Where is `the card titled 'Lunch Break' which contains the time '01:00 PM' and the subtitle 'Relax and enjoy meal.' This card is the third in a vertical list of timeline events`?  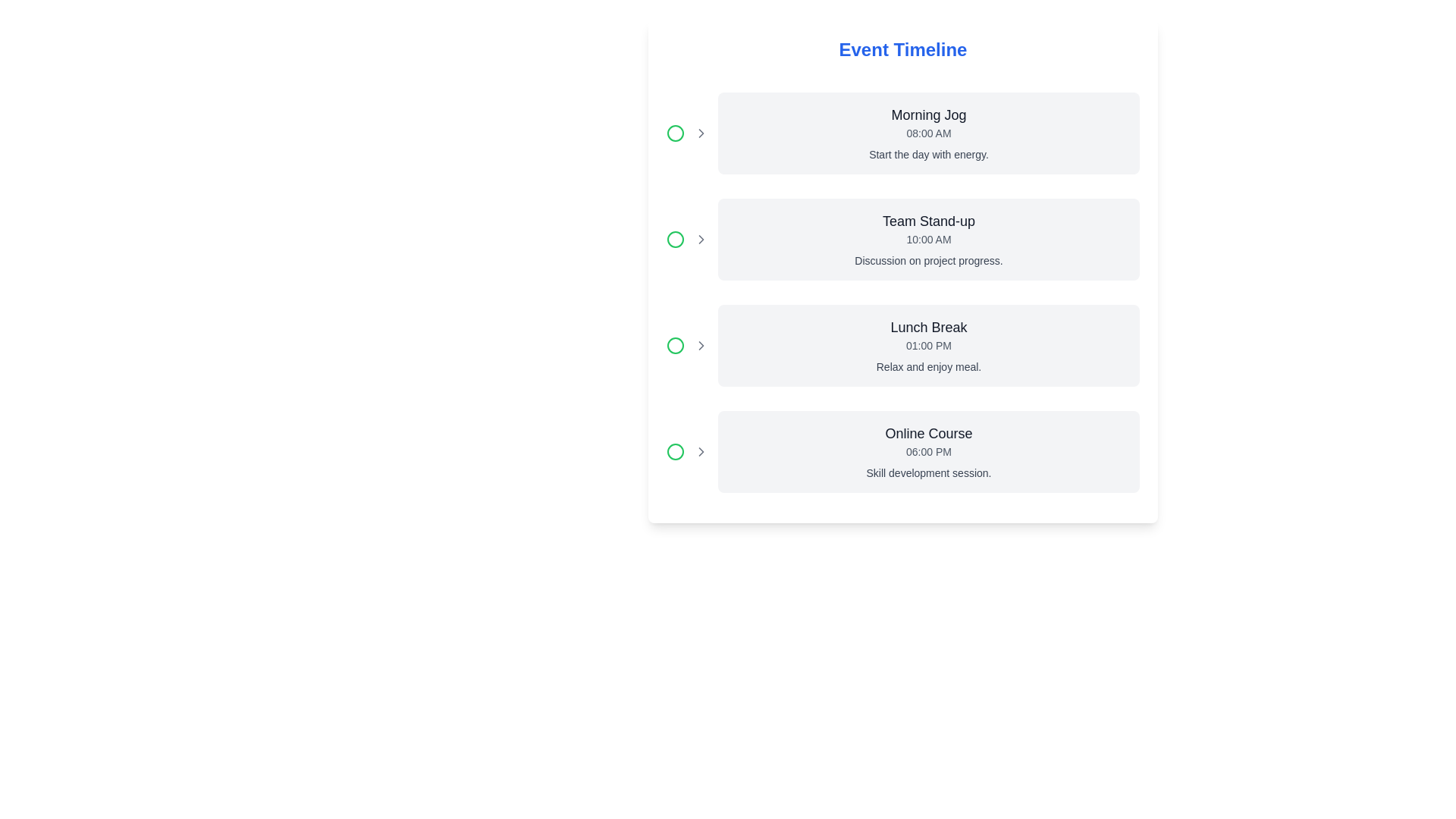
the card titled 'Lunch Break' which contains the time '01:00 PM' and the subtitle 'Relax and enjoy meal.' This card is the third in a vertical list of timeline events is located at coordinates (902, 345).